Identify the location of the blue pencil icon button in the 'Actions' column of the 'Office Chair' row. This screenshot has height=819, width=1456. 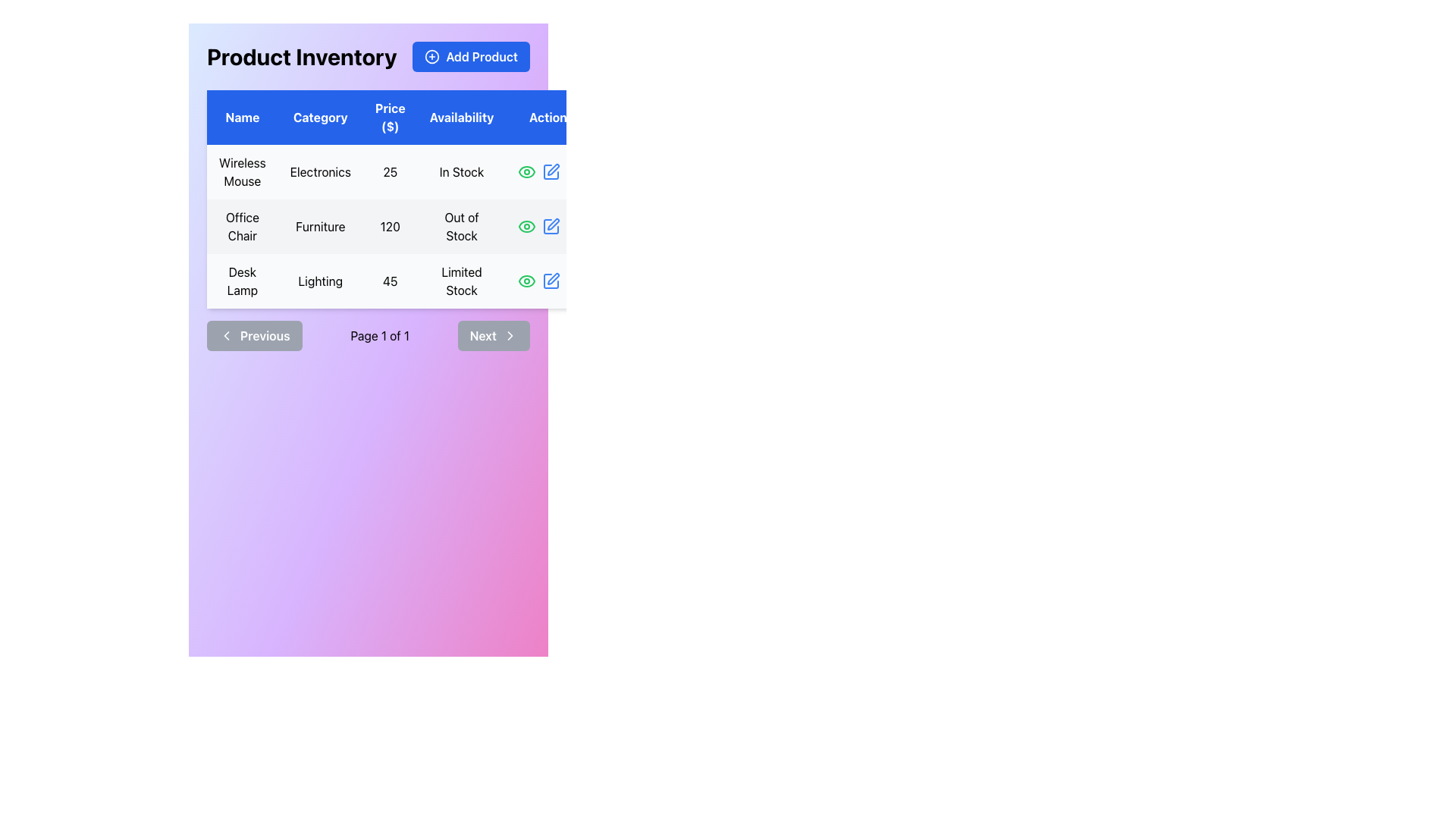
(551, 227).